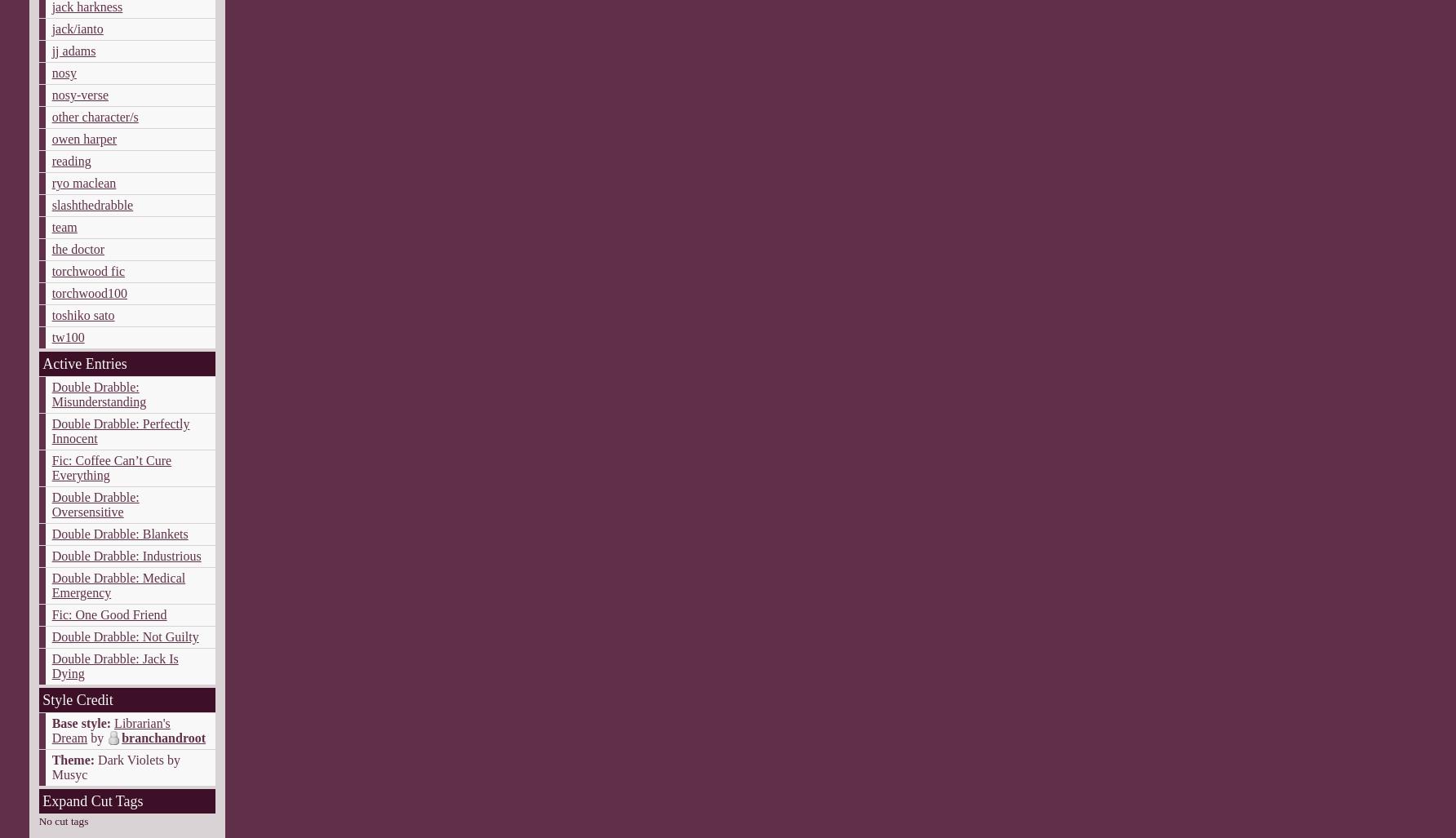  Describe the element at coordinates (51, 760) in the screenshot. I see `'Theme:'` at that location.